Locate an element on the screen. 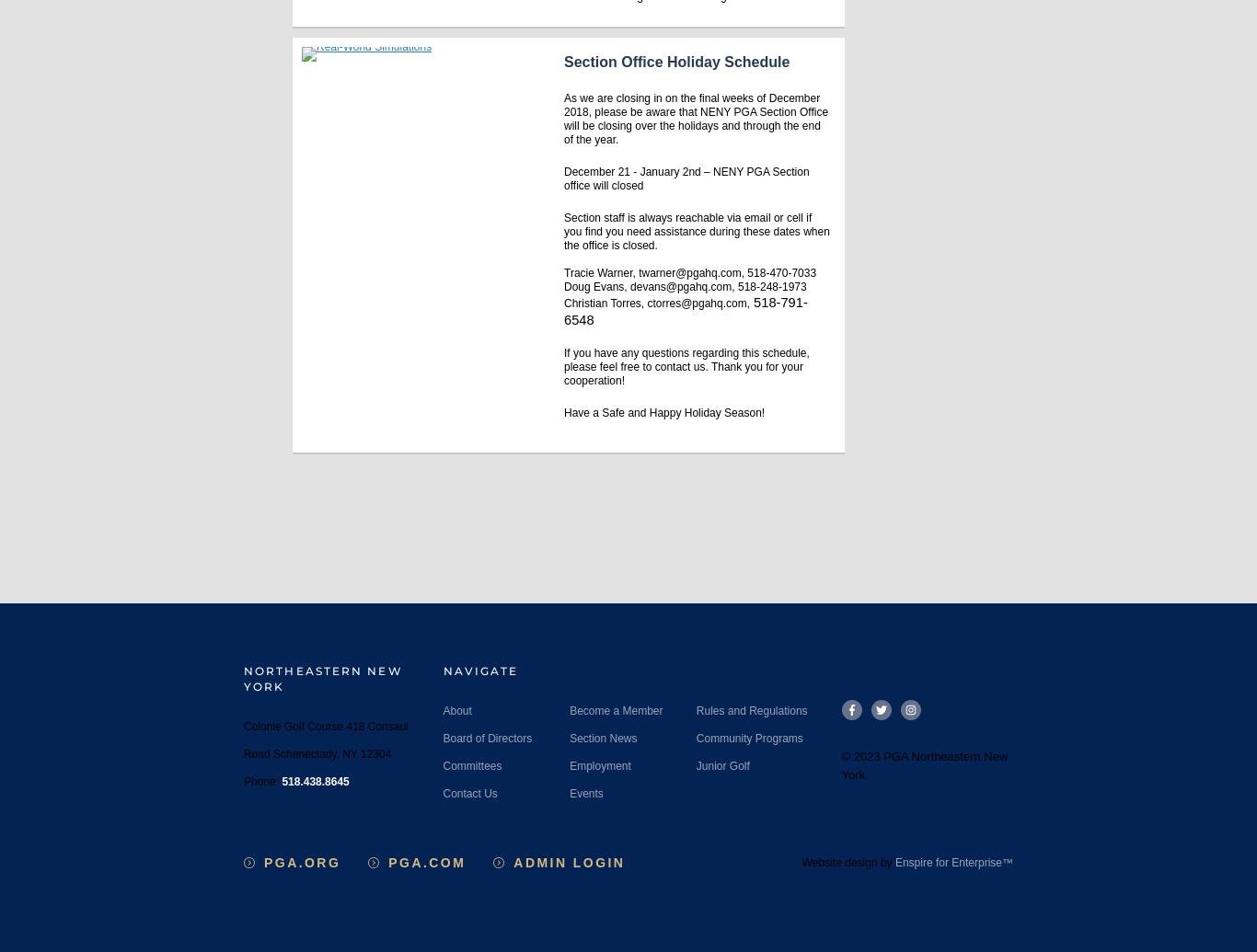 The width and height of the screenshot is (1257, 952). 'If you have any questions regarding this schedule, please feel free to contact us. Thank you for your cooperation!' is located at coordinates (563, 365).